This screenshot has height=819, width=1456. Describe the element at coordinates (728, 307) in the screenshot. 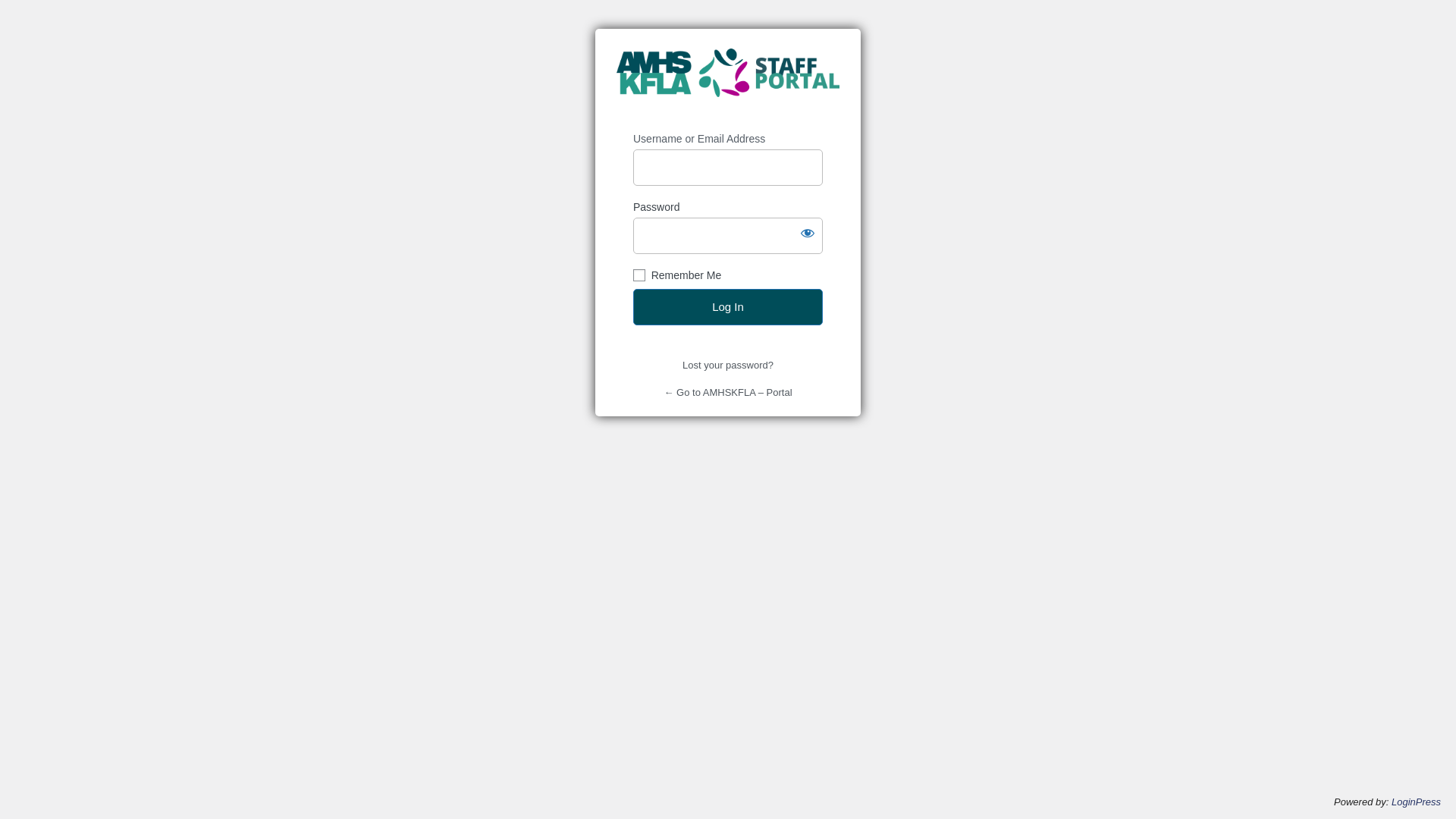

I see `'Log In'` at that location.